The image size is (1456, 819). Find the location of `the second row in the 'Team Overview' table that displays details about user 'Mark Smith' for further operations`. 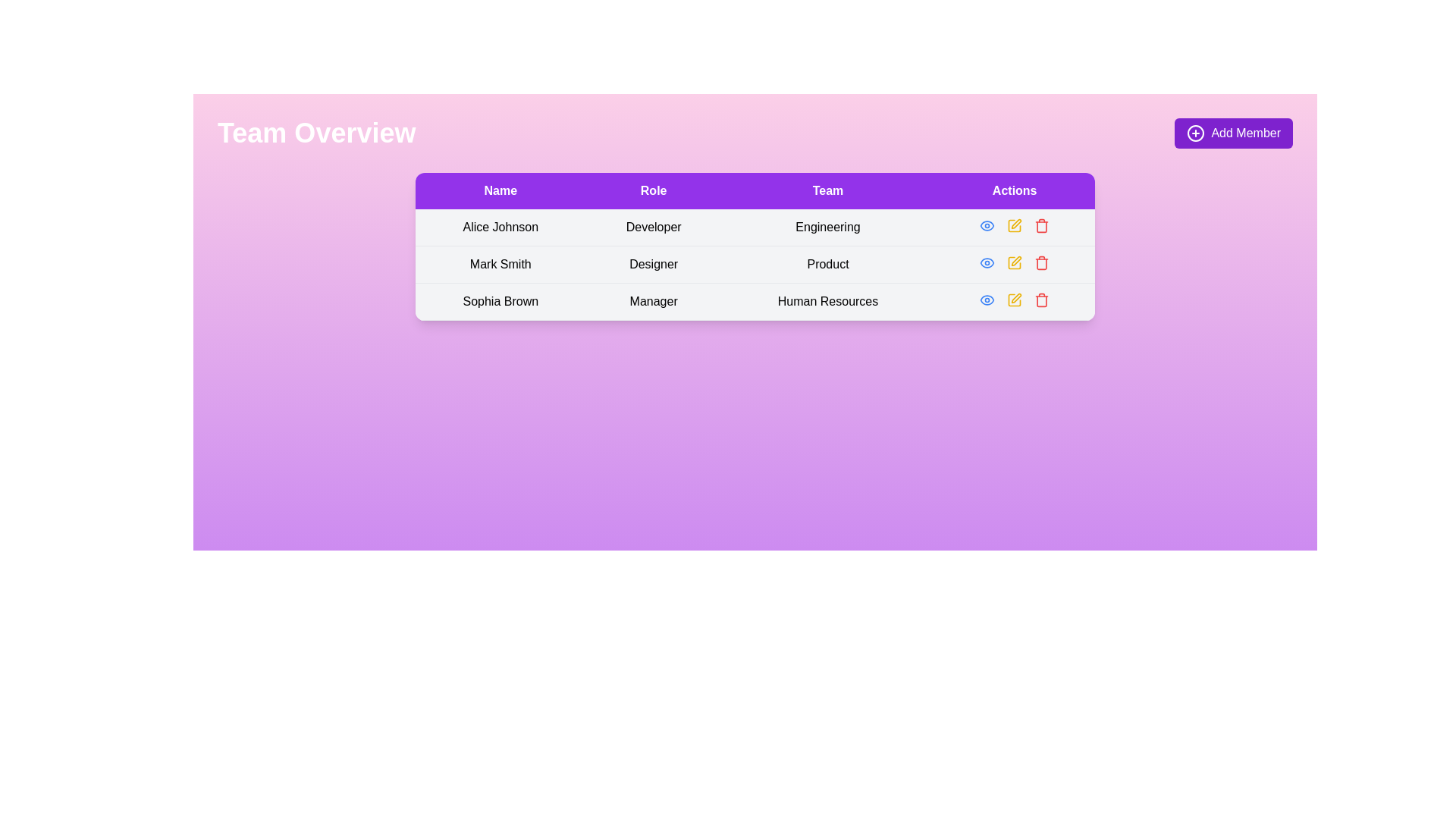

the second row in the 'Team Overview' table that displays details about user 'Mark Smith' for further operations is located at coordinates (755, 263).